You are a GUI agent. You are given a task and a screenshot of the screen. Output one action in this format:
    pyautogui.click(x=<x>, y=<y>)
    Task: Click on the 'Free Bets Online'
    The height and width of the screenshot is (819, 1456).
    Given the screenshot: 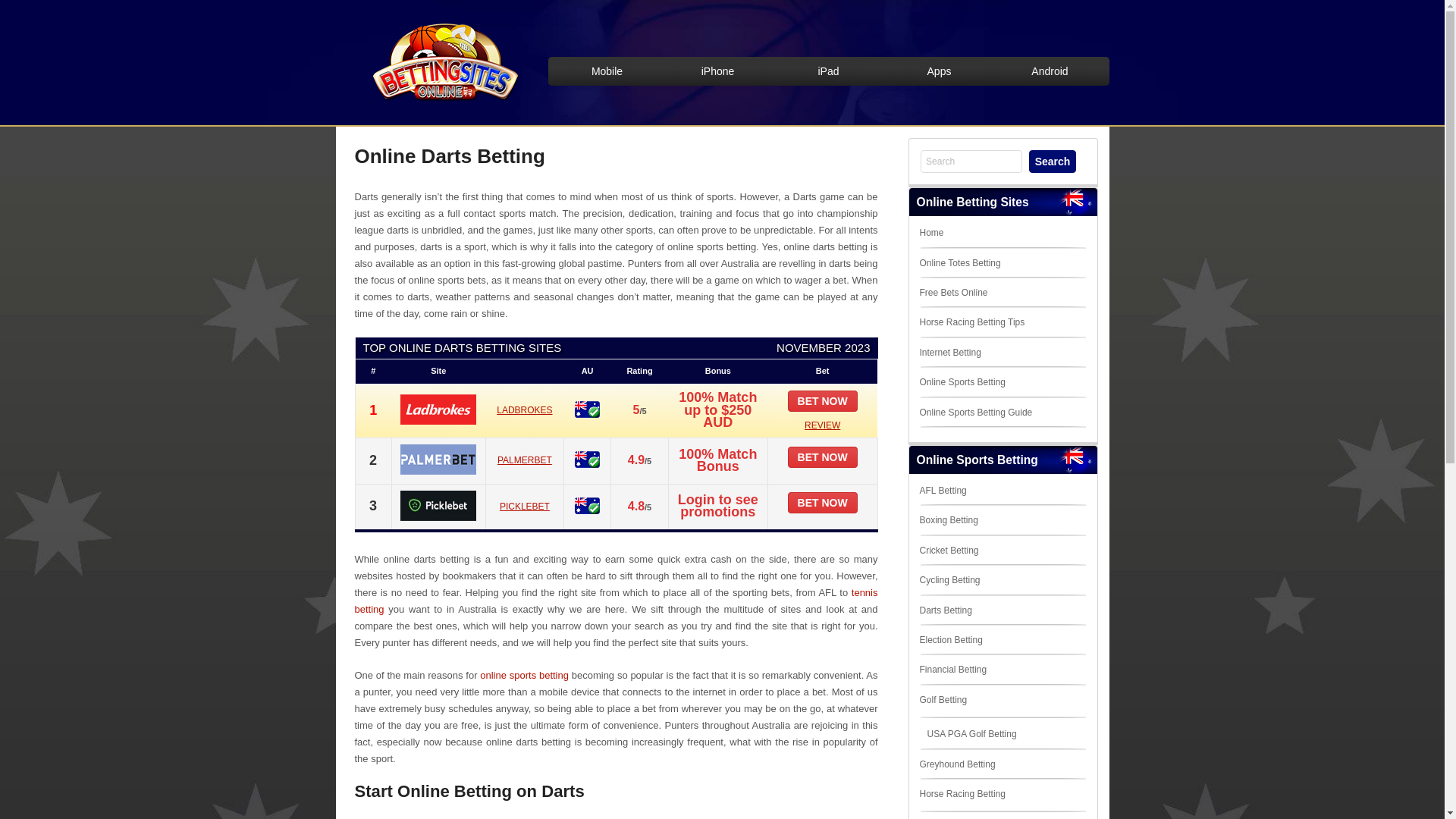 What is the action you would take?
    pyautogui.click(x=952, y=292)
    